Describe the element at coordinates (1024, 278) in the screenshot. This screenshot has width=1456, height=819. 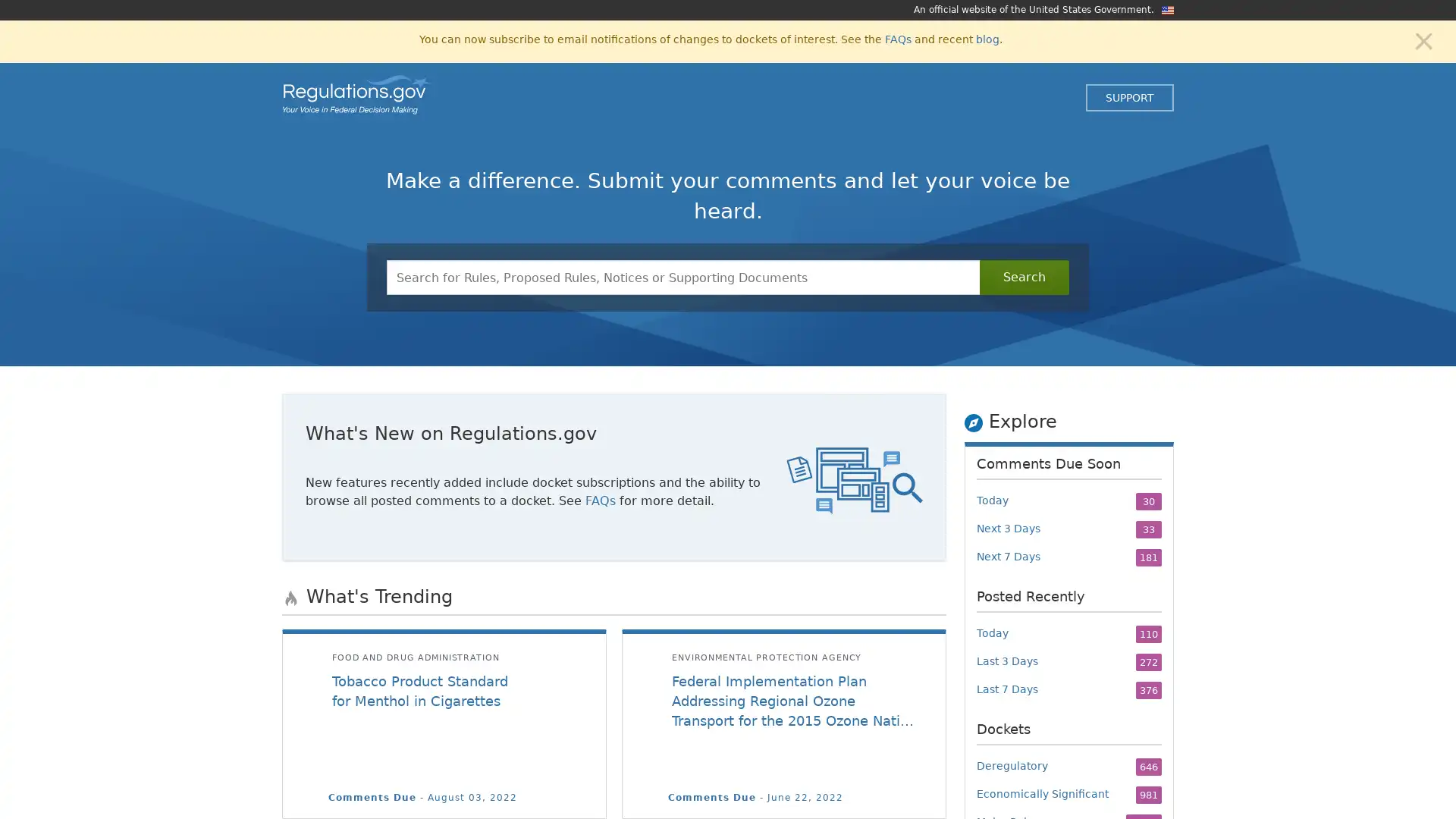
I see `Search` at that location.